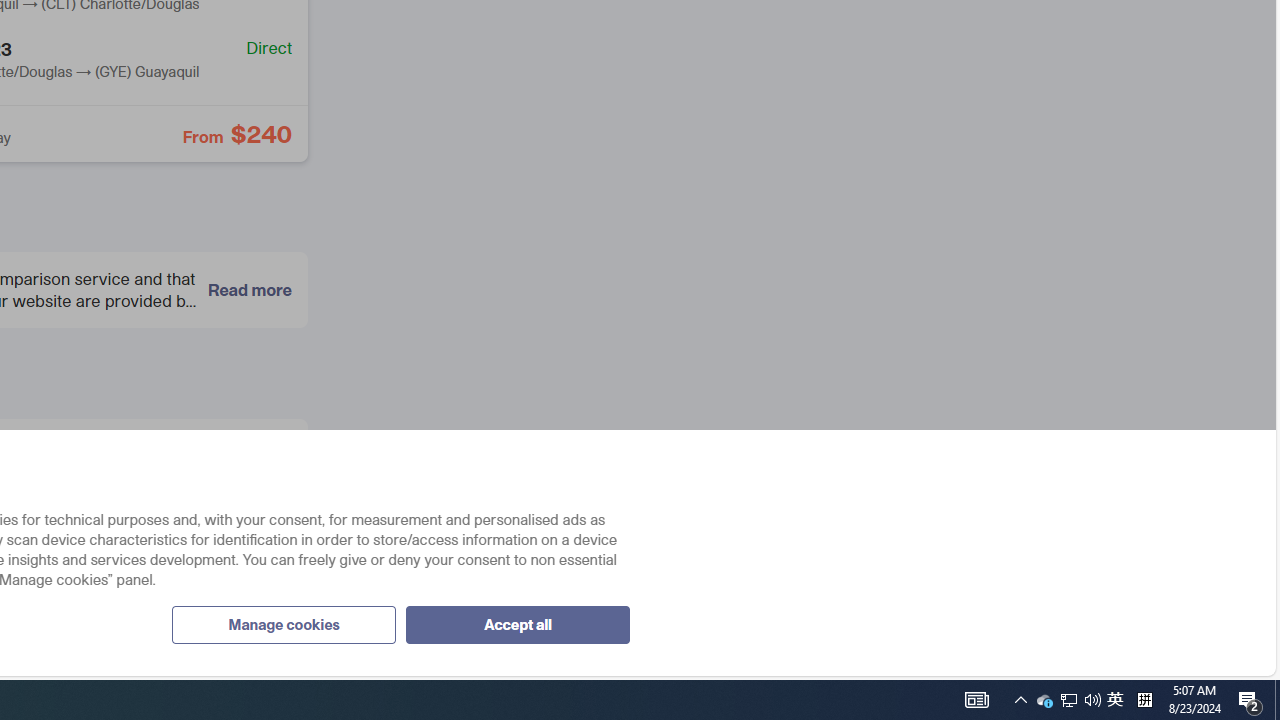 Image resolution: width=1280 pixels, height=720 pixels. I want to click on 'Accept all', so click(517, 623).